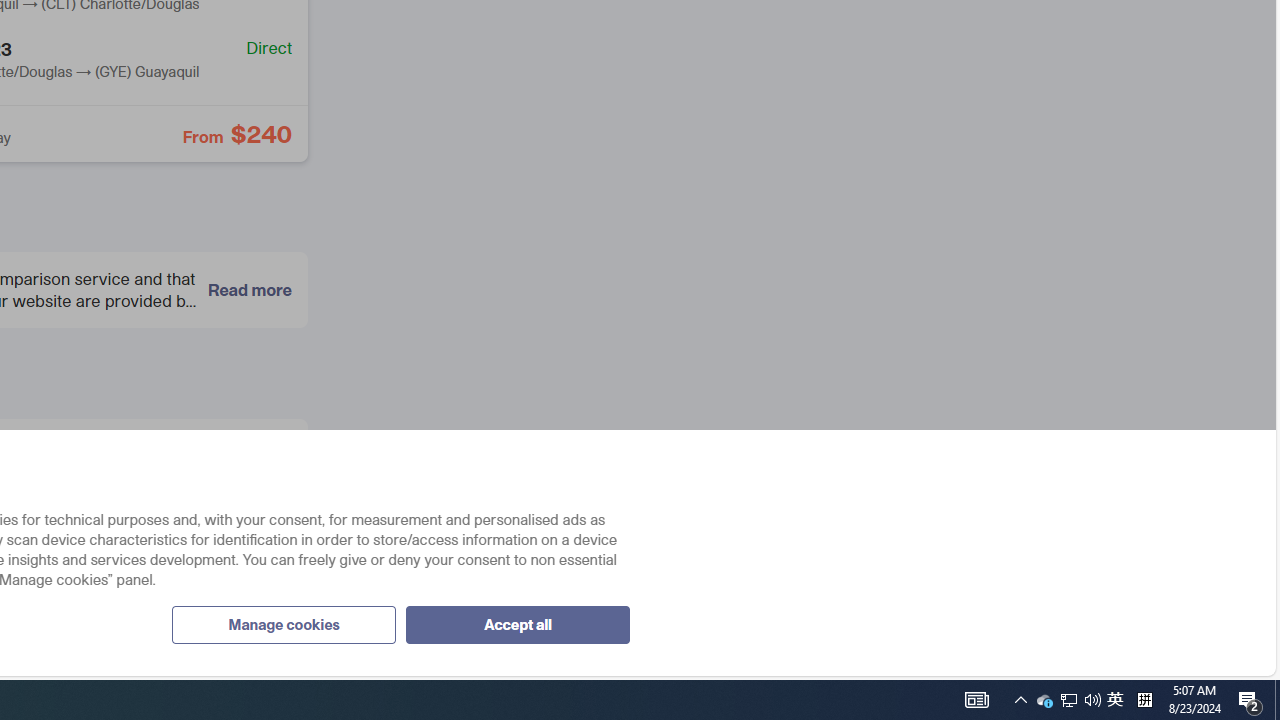 Image resolution: width=1280 pixels, height=720 pixels. I want to click on 'Accept all', so click(517, 623).